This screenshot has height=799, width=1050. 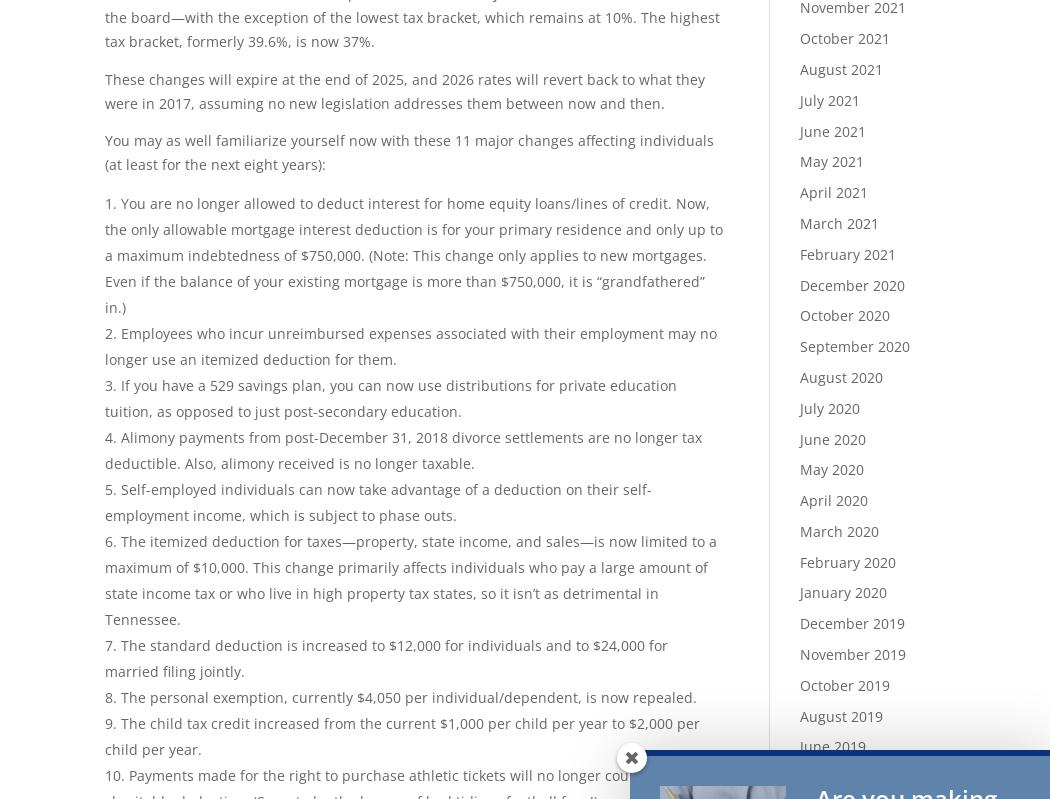 What do you see at coordinates (409, 152) in the screenshot?
I see `'You may as well familiarize yourself now with these 11 major changes affecting individuals (at least for the next eight years):'` at bounding box center [409, 152].